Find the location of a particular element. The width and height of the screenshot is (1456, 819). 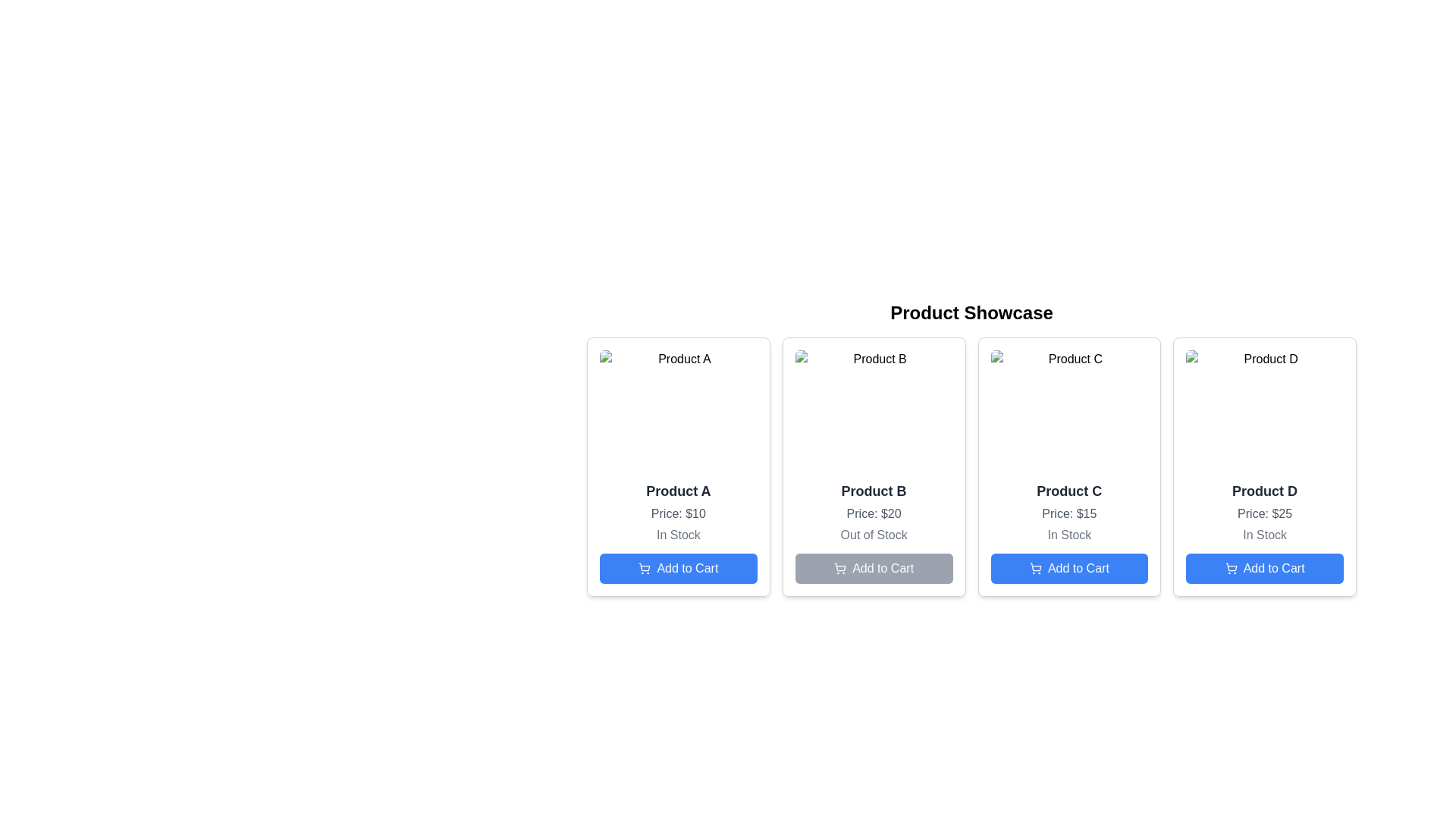

text label indicating that 'Product B' is not currently available for purchase, located below the 'Price: $20' text and above the 'Add to Cart' button is located at coordinates (874, 534).